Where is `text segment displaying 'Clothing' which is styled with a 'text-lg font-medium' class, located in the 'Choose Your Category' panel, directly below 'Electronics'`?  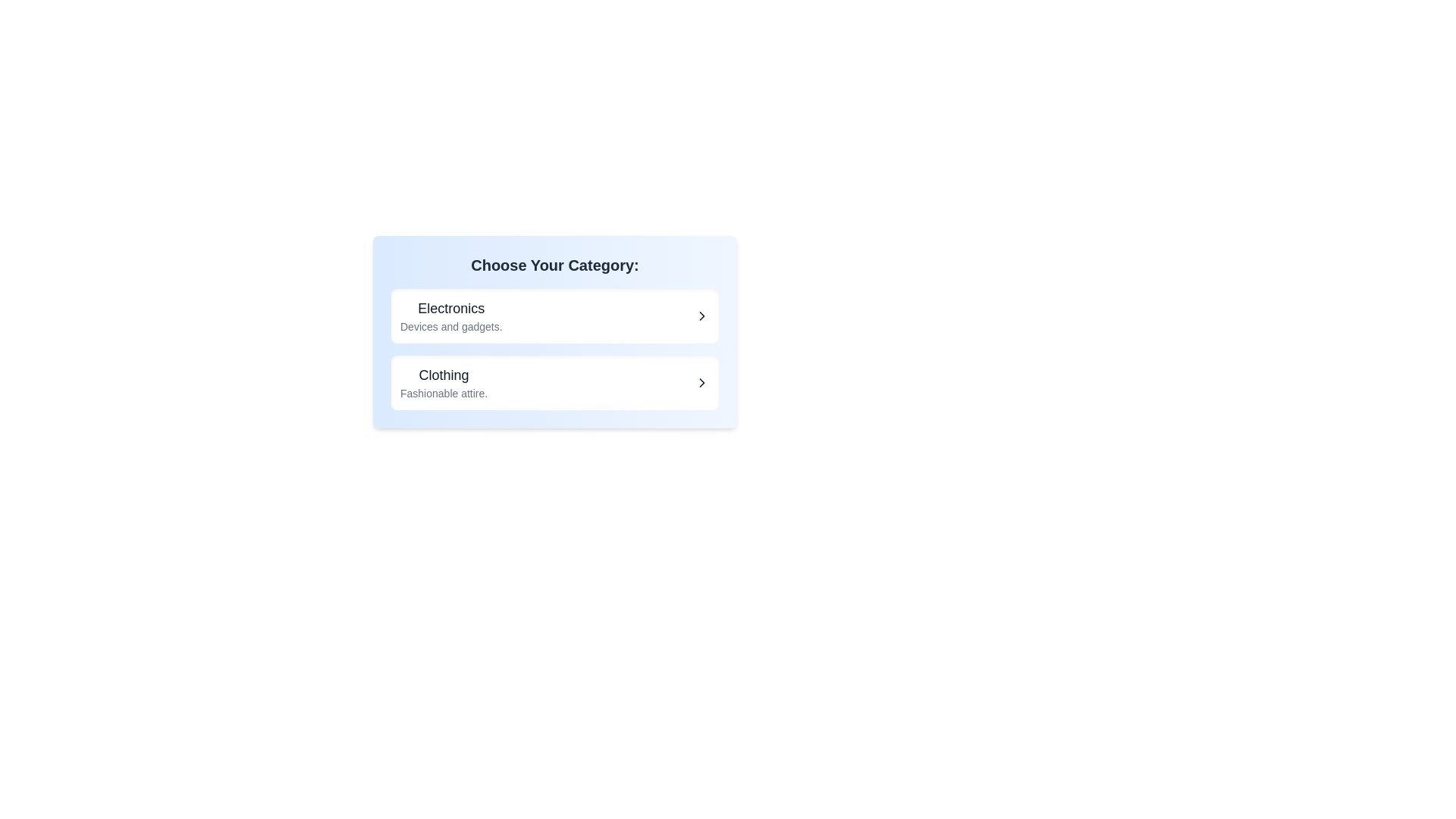
text segment displaying 'Clothing' which is styled with a 'text-lg font-medium' class, located in the 'Choose Your Category' panel, directly below 'Electronics' is located at coordinates (443, 375).